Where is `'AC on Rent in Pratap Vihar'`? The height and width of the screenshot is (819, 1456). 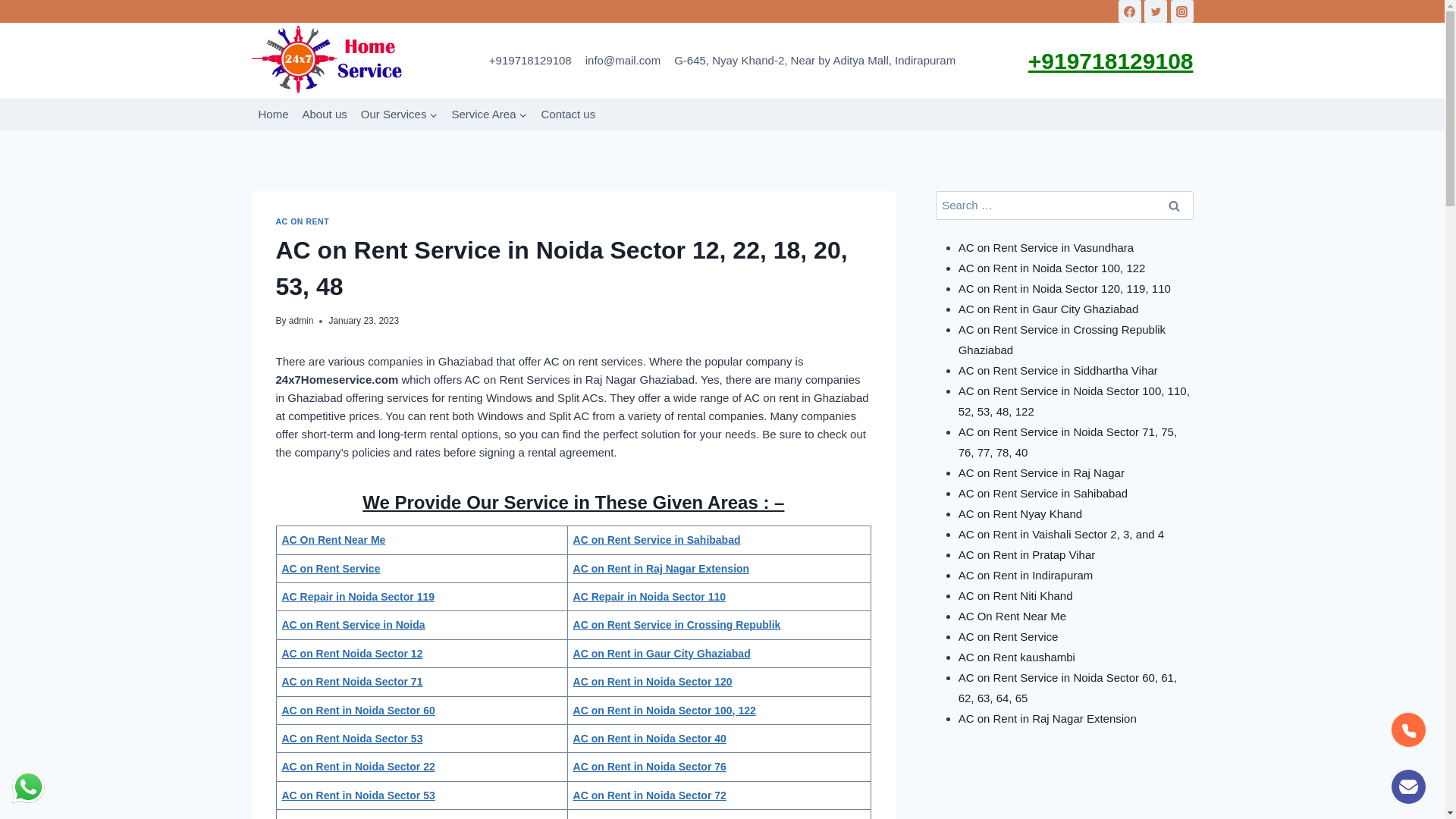 'AC on Rent in Pratap Vihar' is located at coordinates (957, 554).